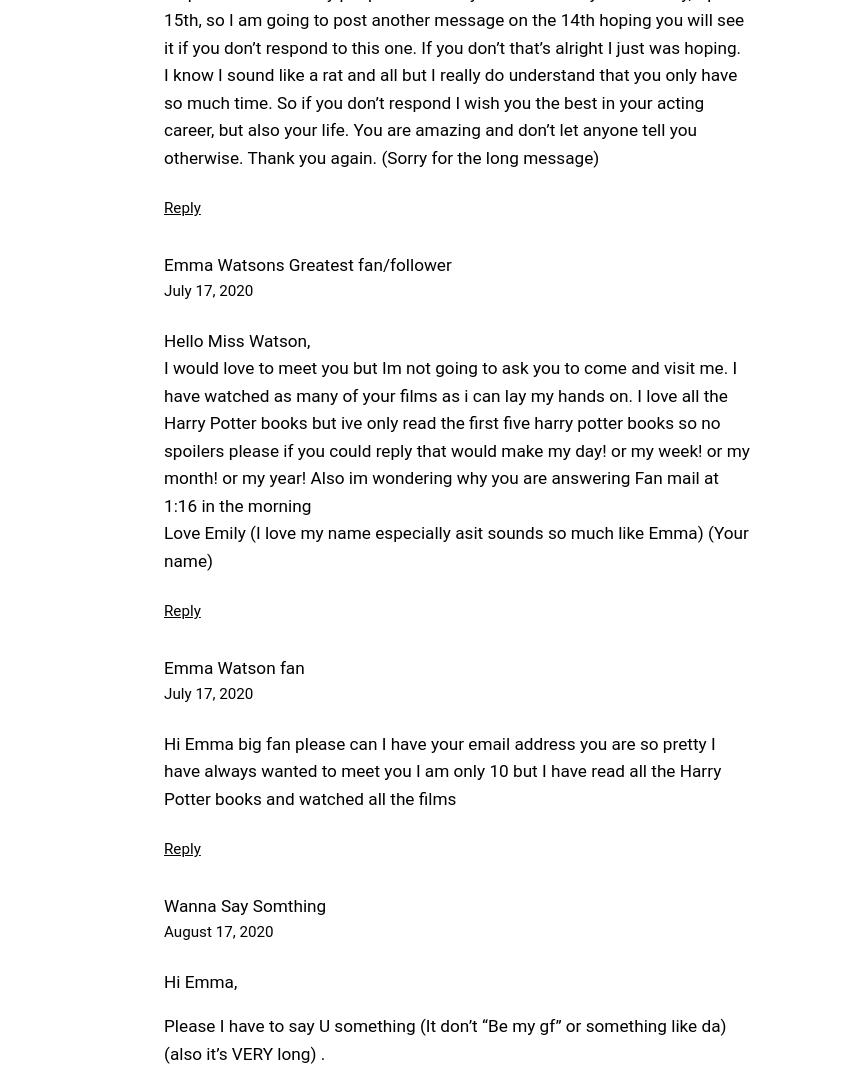 Image resolution: width=850 pixels, height=1074 pixels. Describe the element at coordinates (236, 339) in the screenshot. I see `'Hello Miss Watson,'` at that location.